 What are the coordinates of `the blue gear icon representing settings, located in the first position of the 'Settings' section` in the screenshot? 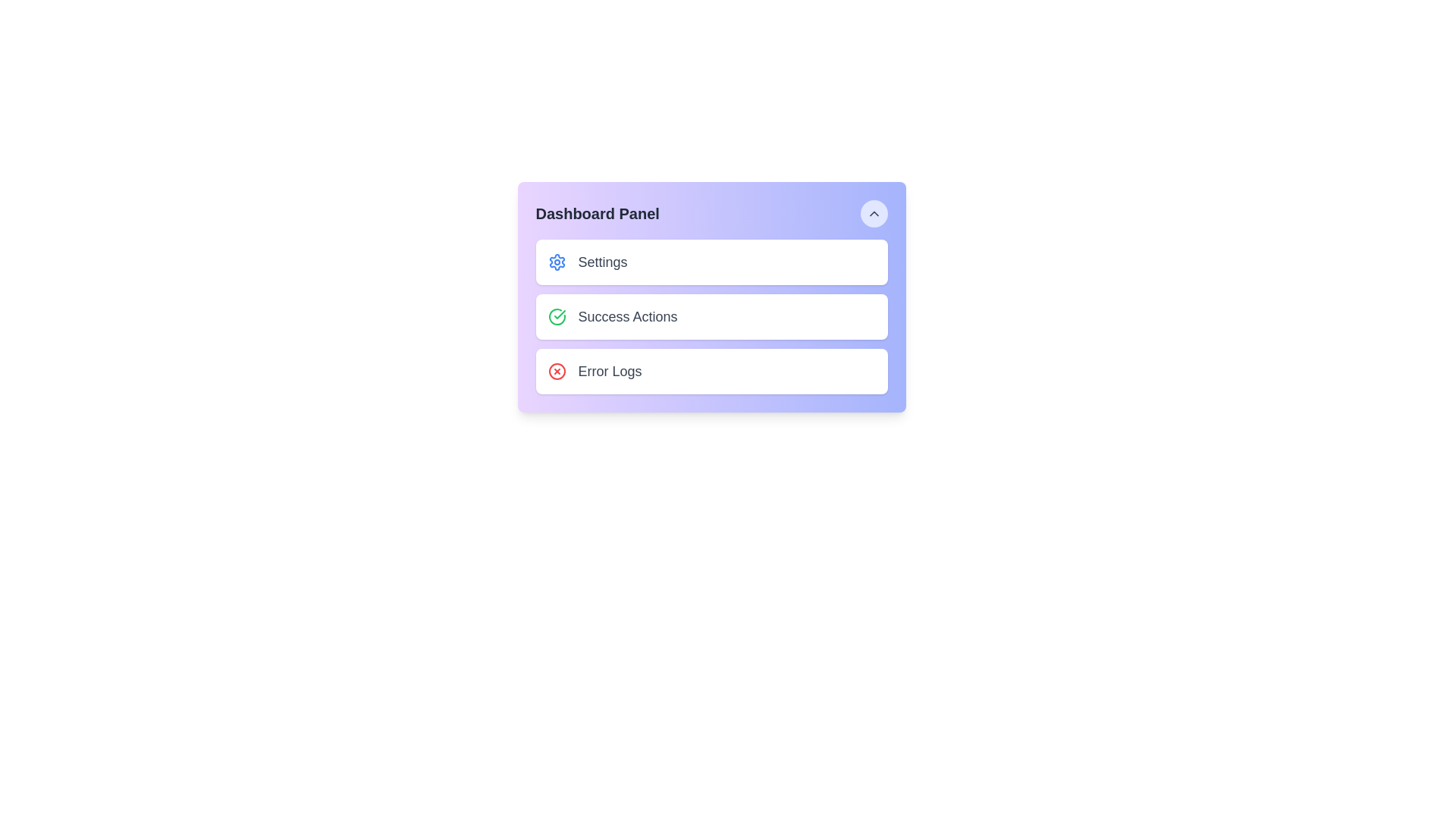 It's located at (556, 262).